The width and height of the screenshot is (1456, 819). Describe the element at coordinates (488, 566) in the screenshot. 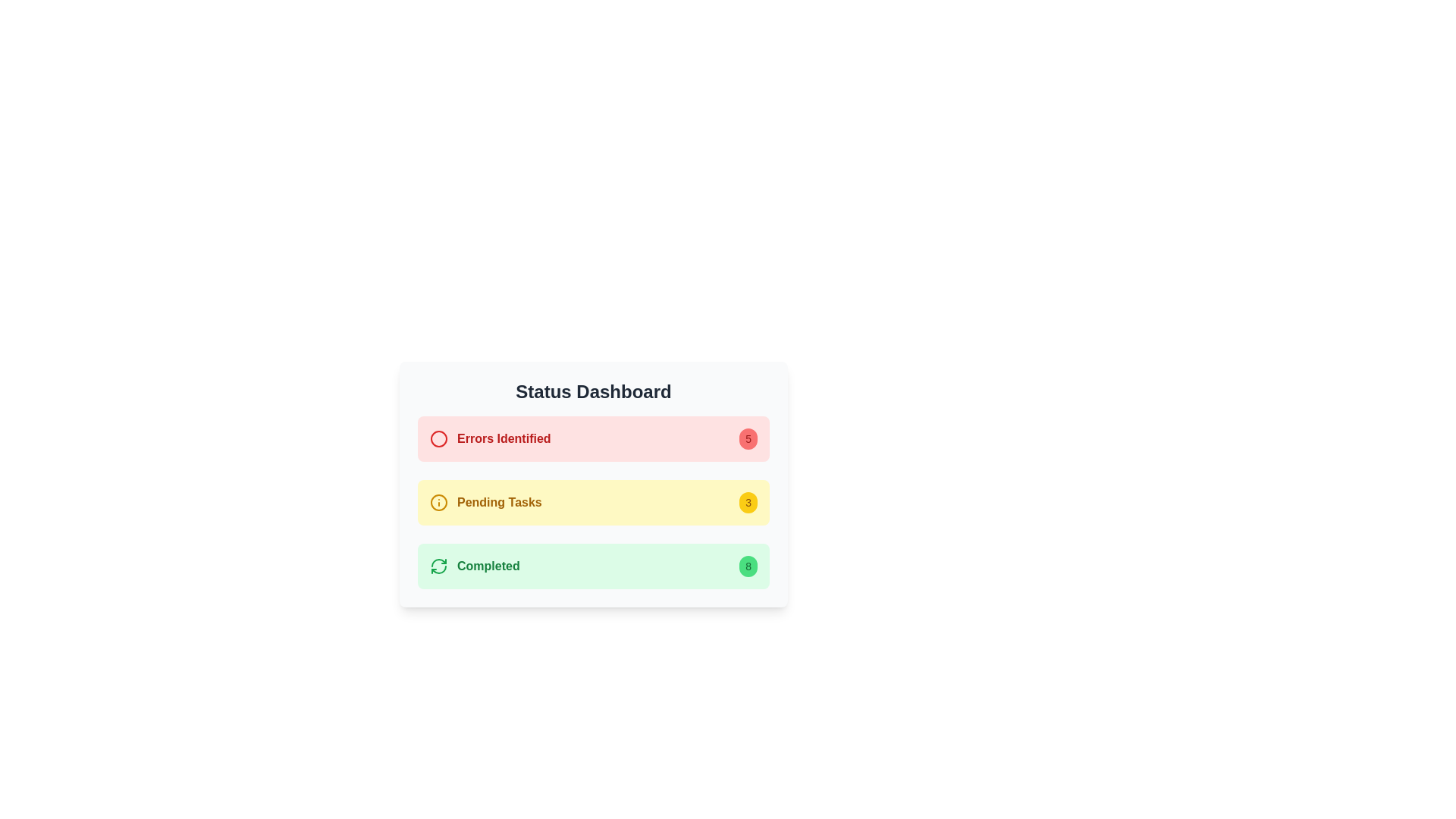

I see `the static text indicating completed status, which is positioned to the right of a circular green 'refresh' icon in the green background status box at the bottom of the 'Status Dashboard'` at that location.